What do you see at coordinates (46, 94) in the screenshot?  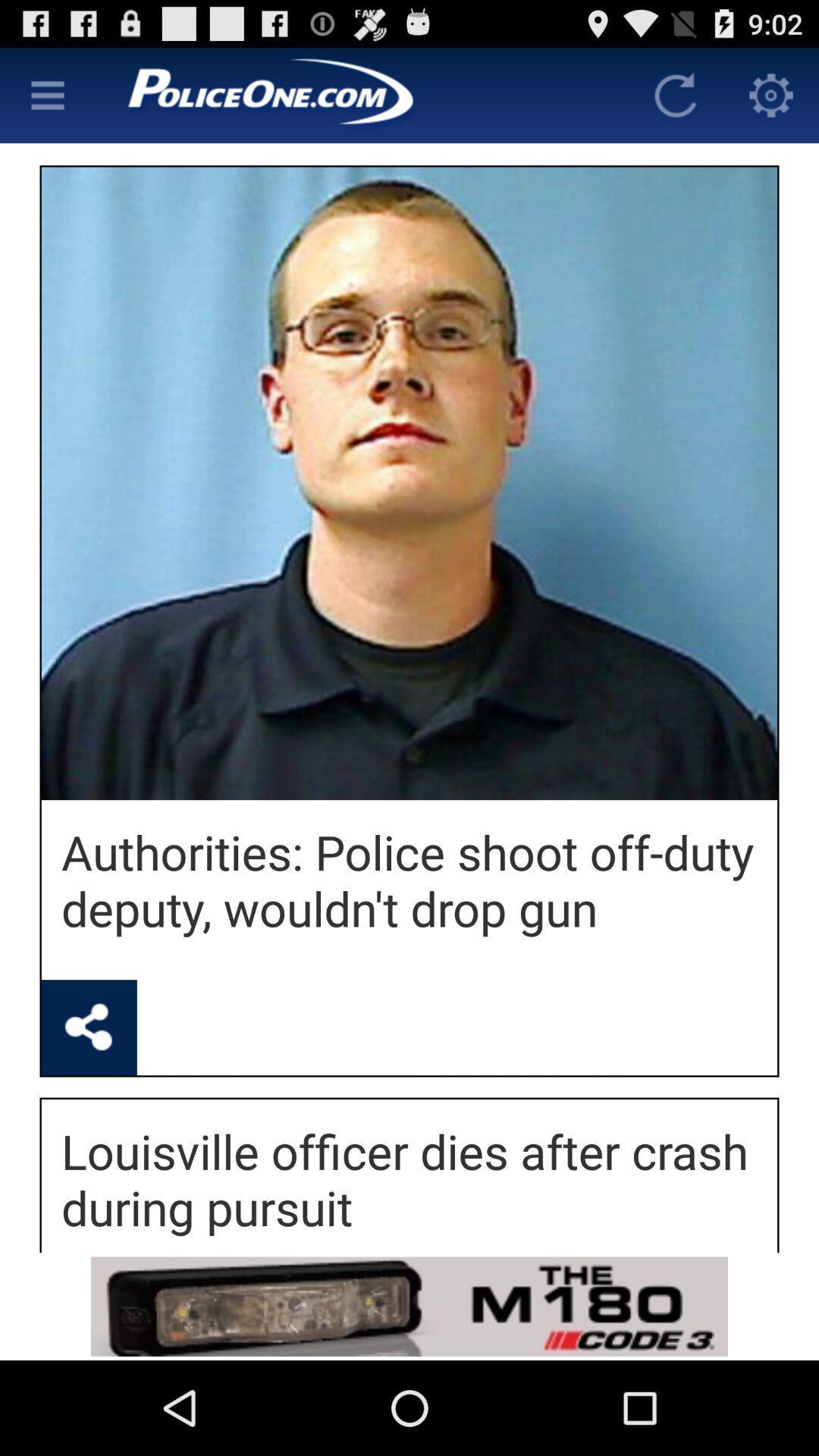 I see `main menu option` at bounding box center [46, 94].